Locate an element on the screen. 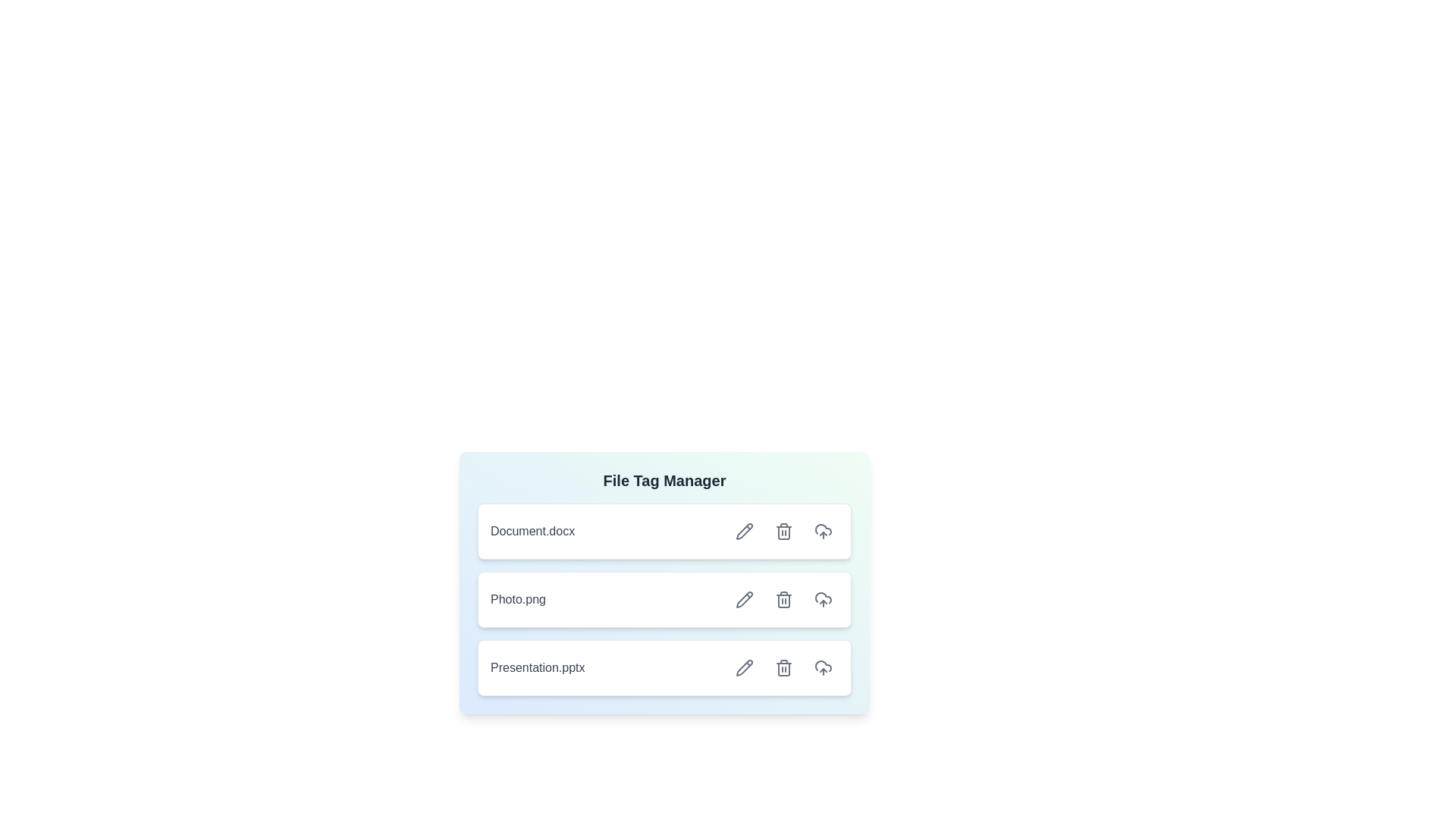  delete button for the file labeled 'Presentation.pptx' is located at coordinates (783, 667).